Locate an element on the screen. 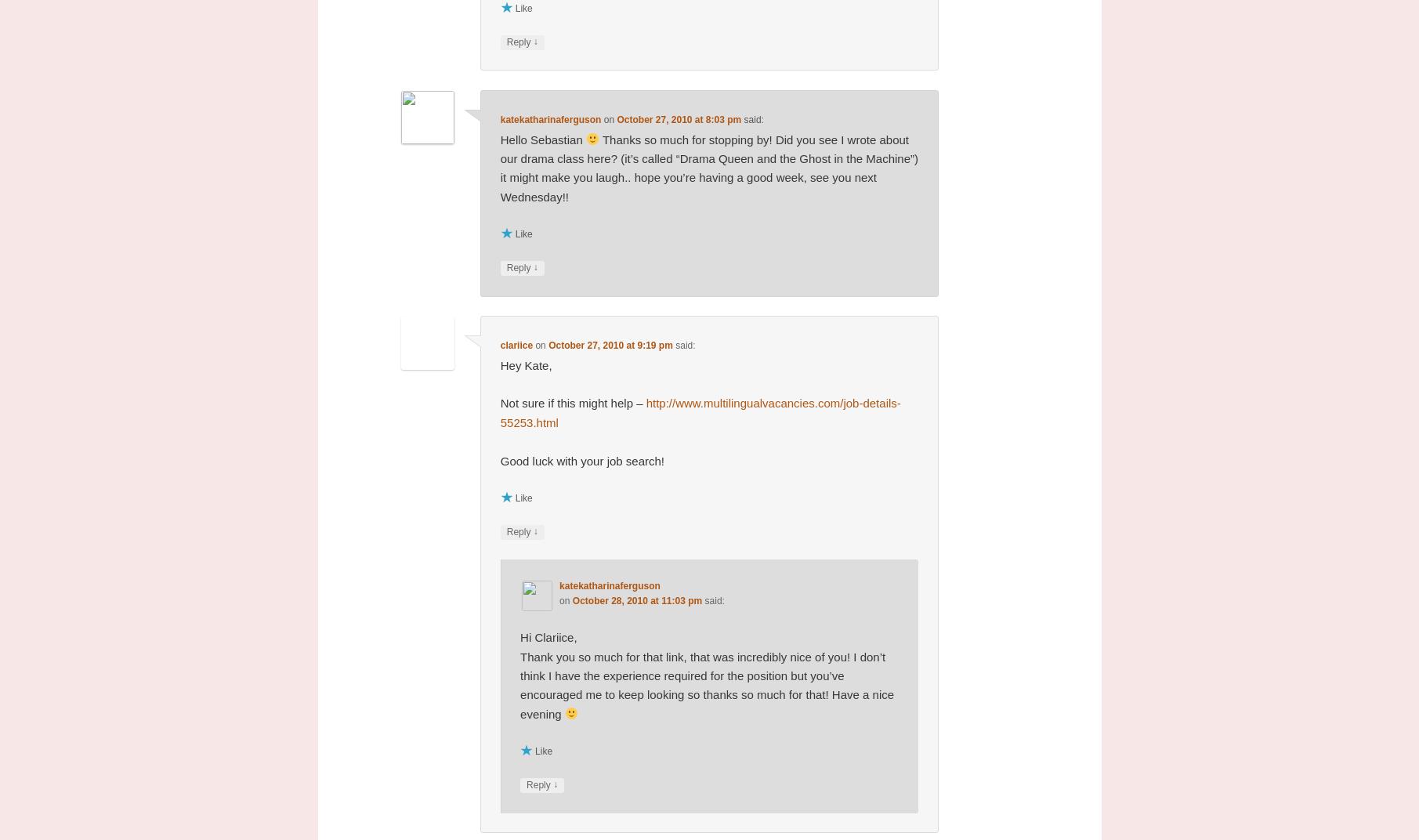 This screenshot has height=840, width=1419. 'Hi Clariice,' is located at coordinates (548, 636).